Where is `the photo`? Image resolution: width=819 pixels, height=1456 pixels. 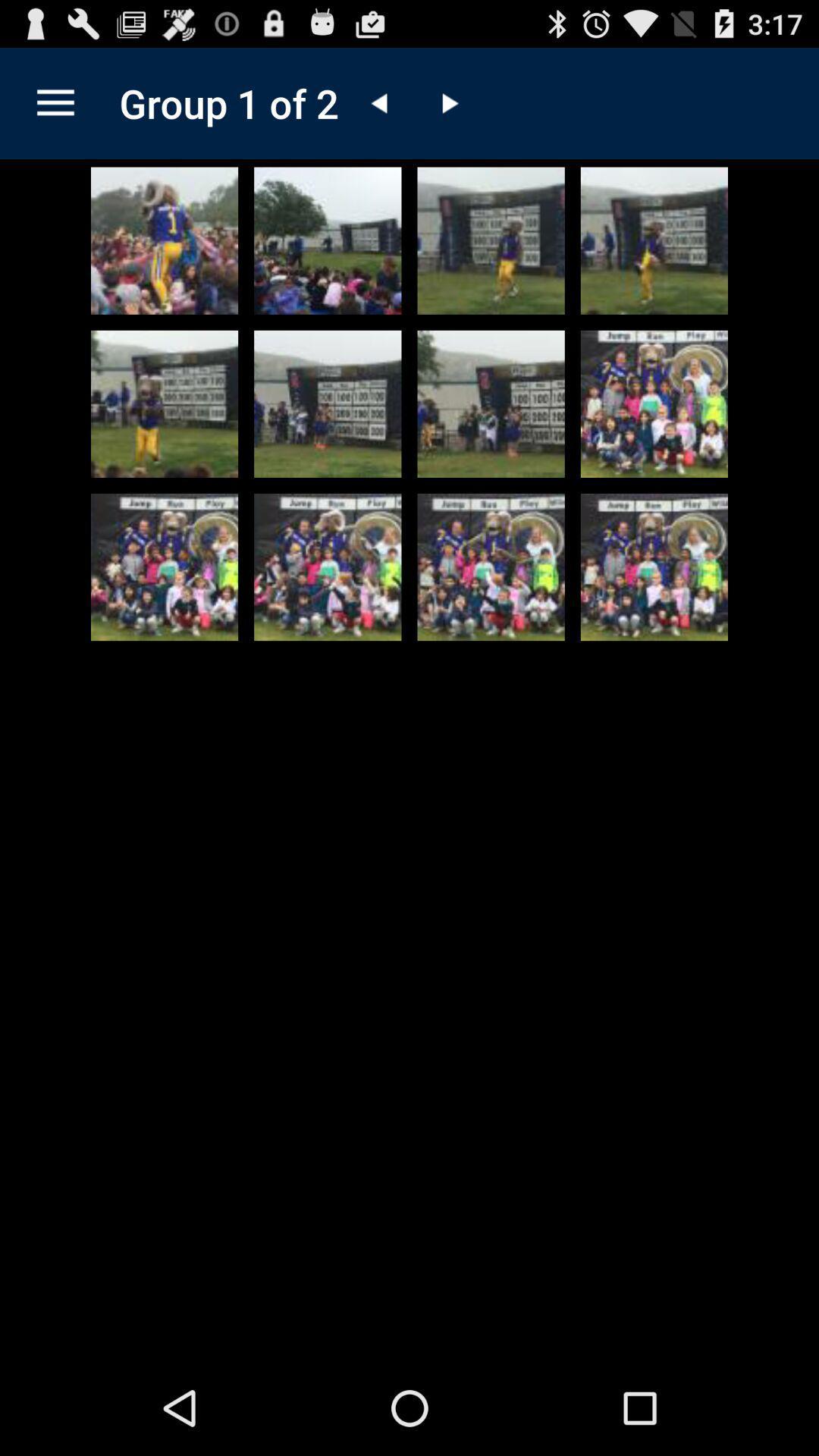 the photo is located at coordinates (653, 240).